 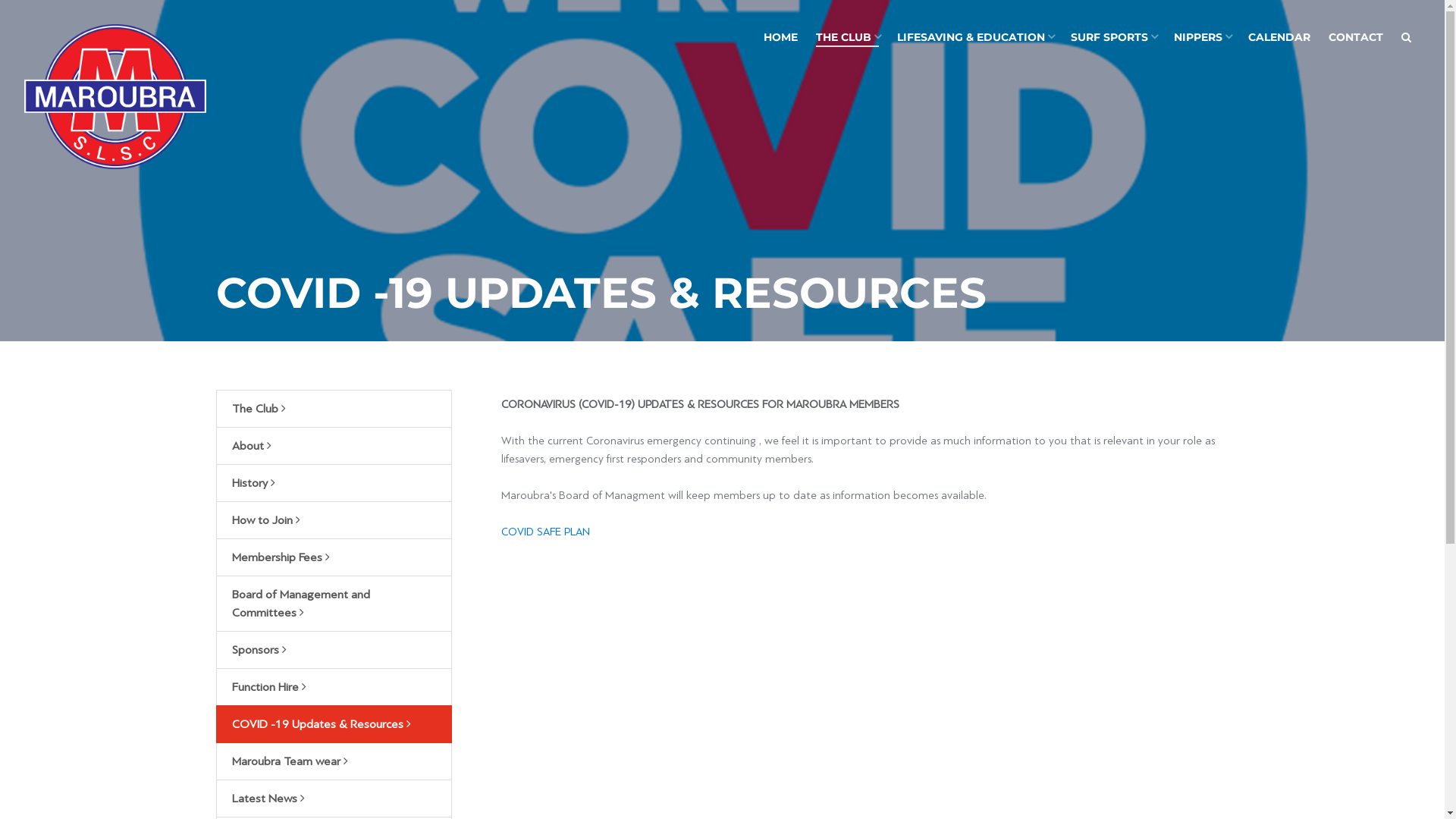 I want to click on 'HOME', so click(x=780, y=36).